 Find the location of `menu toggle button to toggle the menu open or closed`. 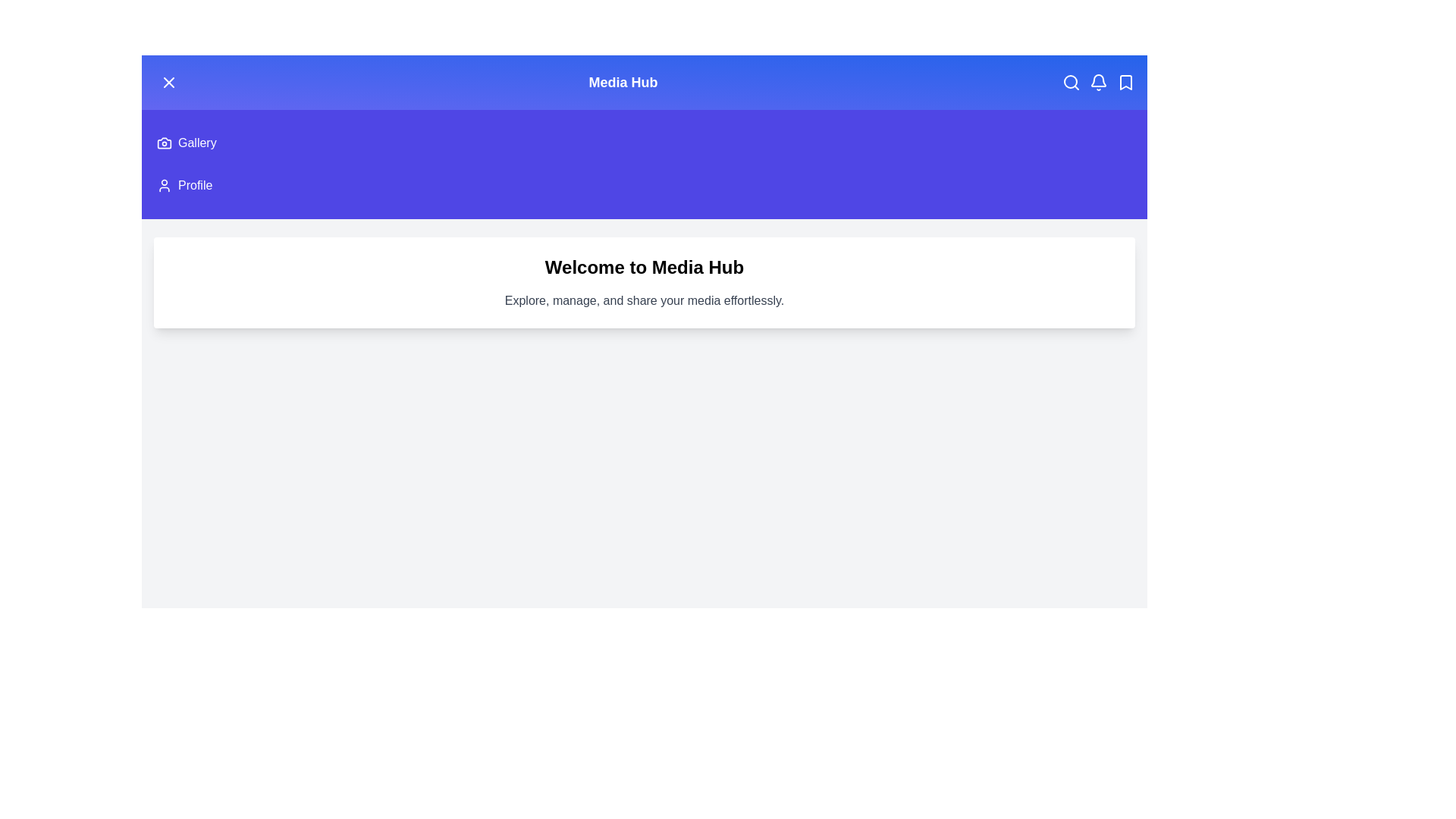

menu toggle button to toggle the menu open or closed is located at coordinates (168, 82).